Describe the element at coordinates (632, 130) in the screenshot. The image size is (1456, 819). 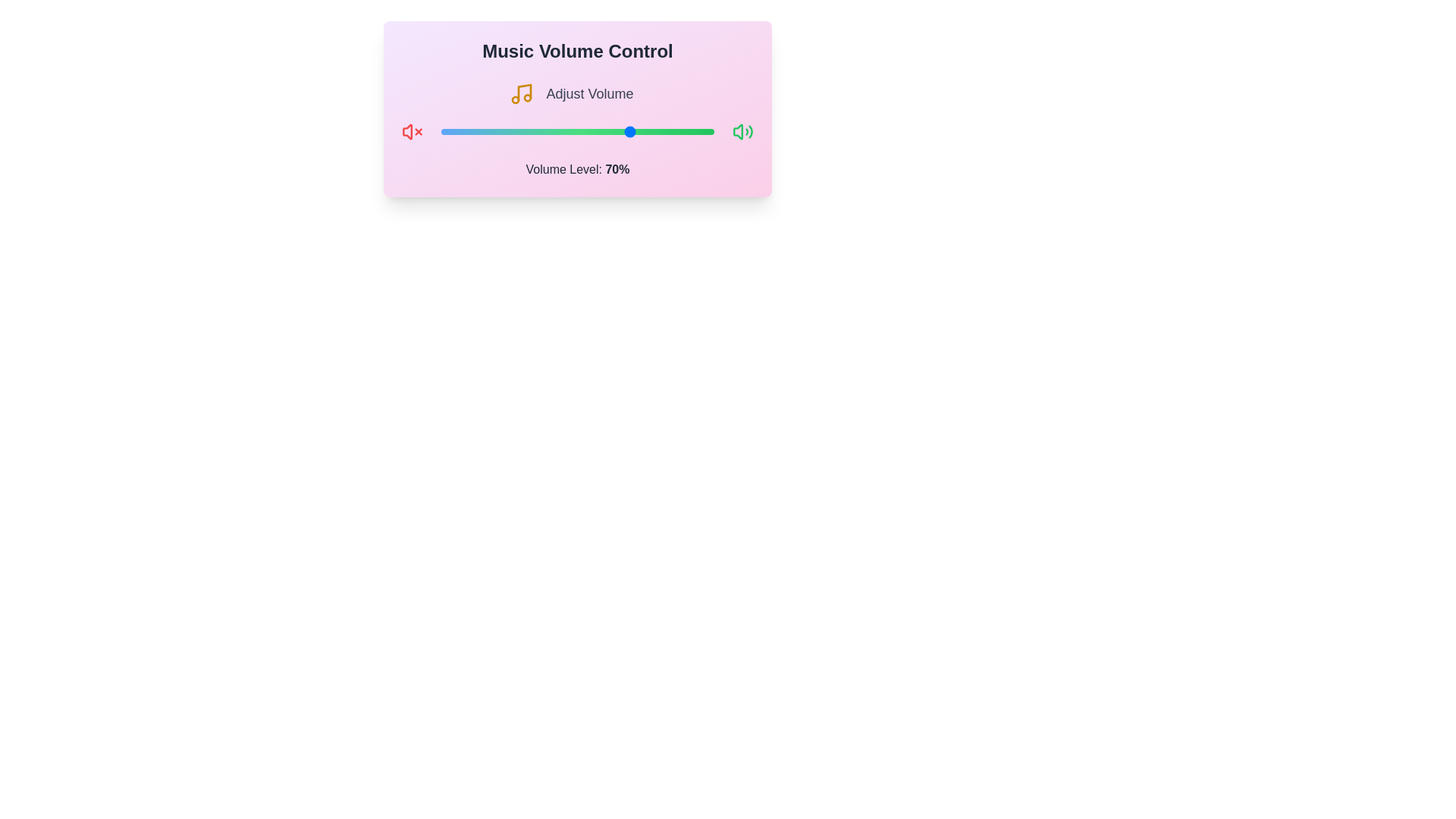
I see `the volume slider to 70%` at that location.